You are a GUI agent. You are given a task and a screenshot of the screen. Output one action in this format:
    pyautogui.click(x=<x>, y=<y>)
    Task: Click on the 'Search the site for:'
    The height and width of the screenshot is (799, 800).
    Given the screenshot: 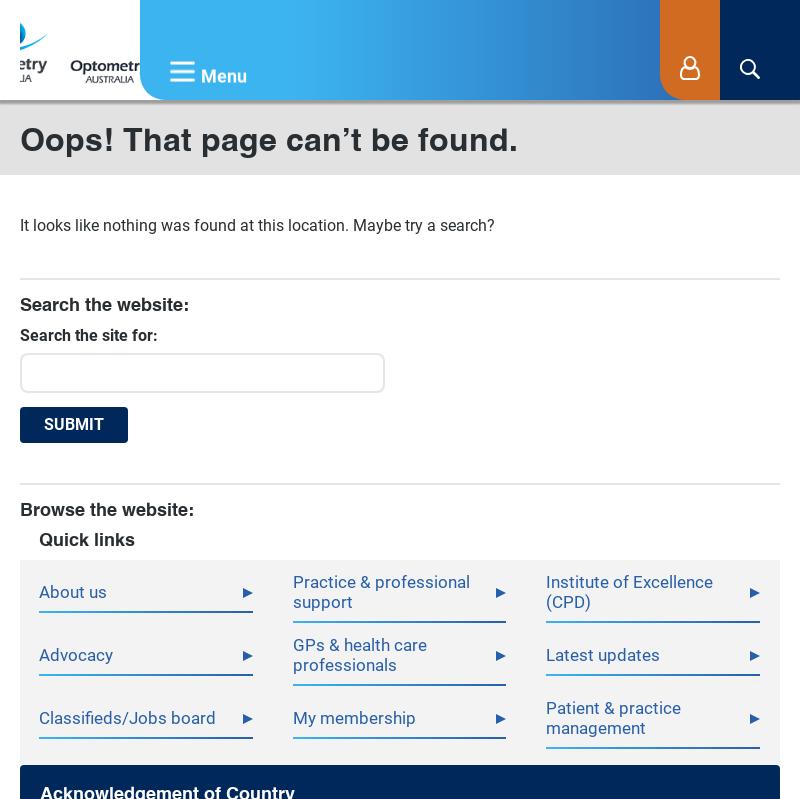 What is the action you would take?
    pyautogui.click(x=89, y=335)
    